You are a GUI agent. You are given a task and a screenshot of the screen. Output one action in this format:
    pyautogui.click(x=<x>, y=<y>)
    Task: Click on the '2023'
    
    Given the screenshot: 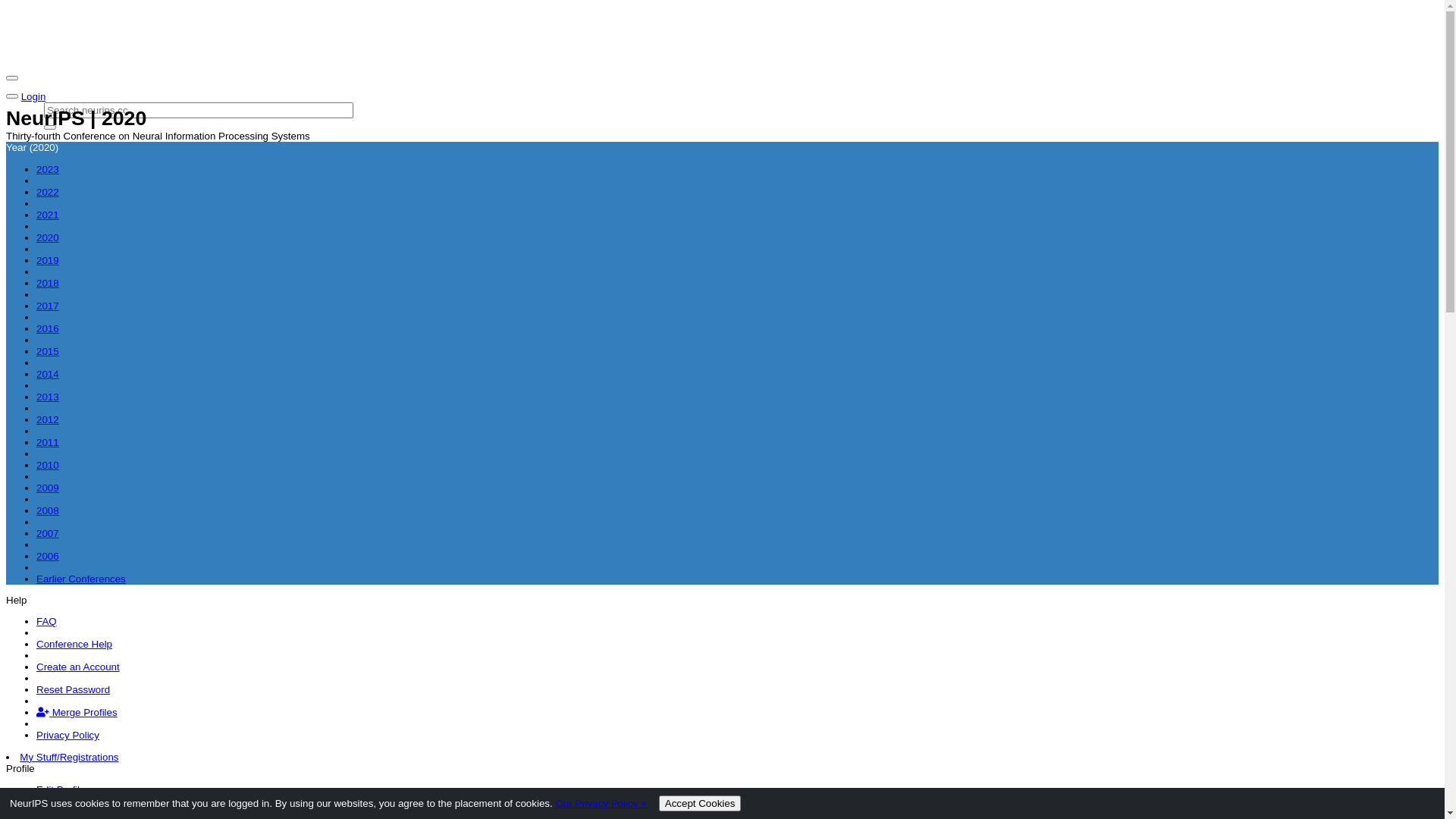 What is the action you would take?
    pyautogui.click(x=47, y=169)
    